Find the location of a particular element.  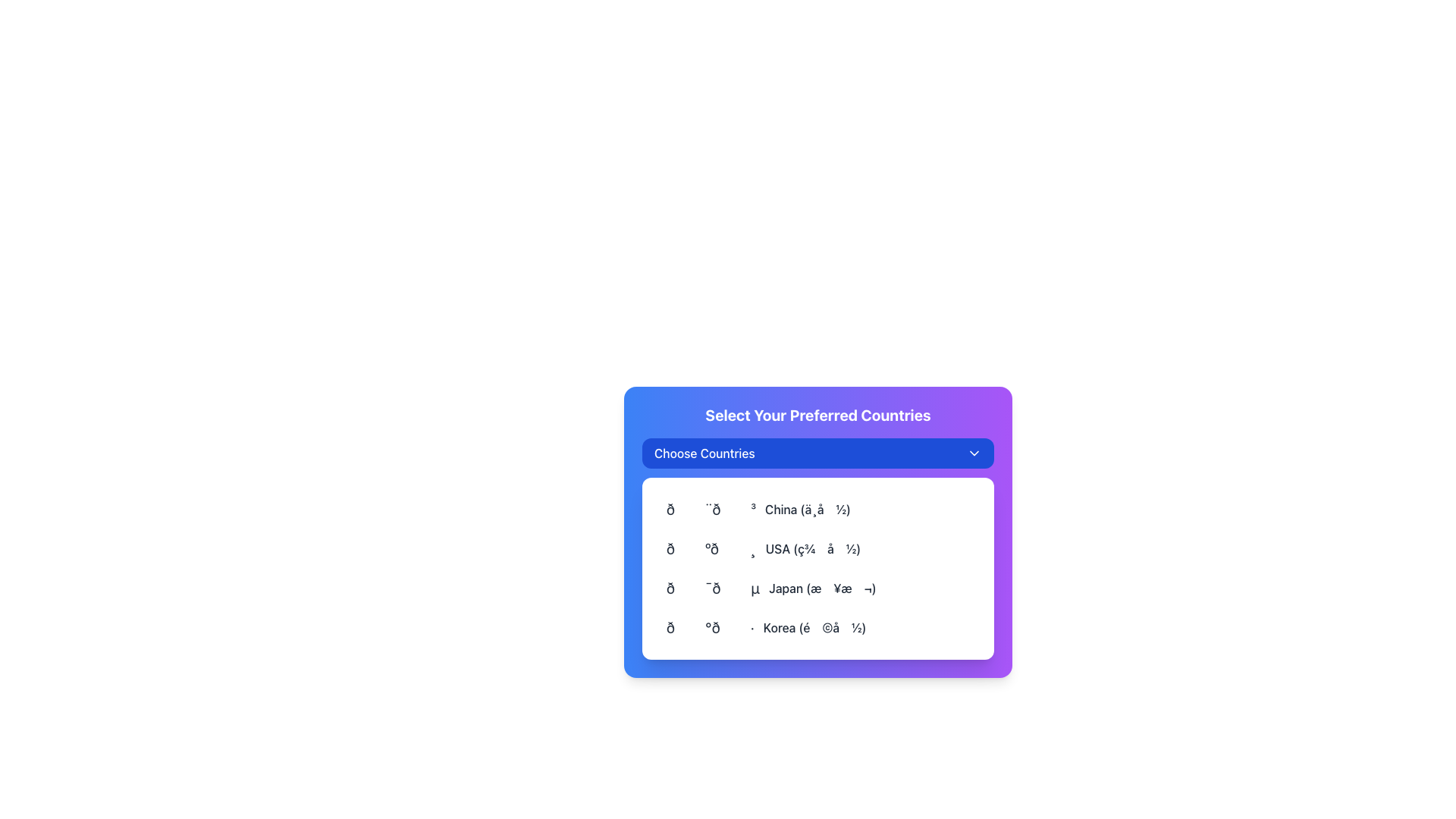

the text label that identifies the country 'Korea (é®®å½)' located in the fourth row of a dropdown panel is located at coordinates (814, 628).